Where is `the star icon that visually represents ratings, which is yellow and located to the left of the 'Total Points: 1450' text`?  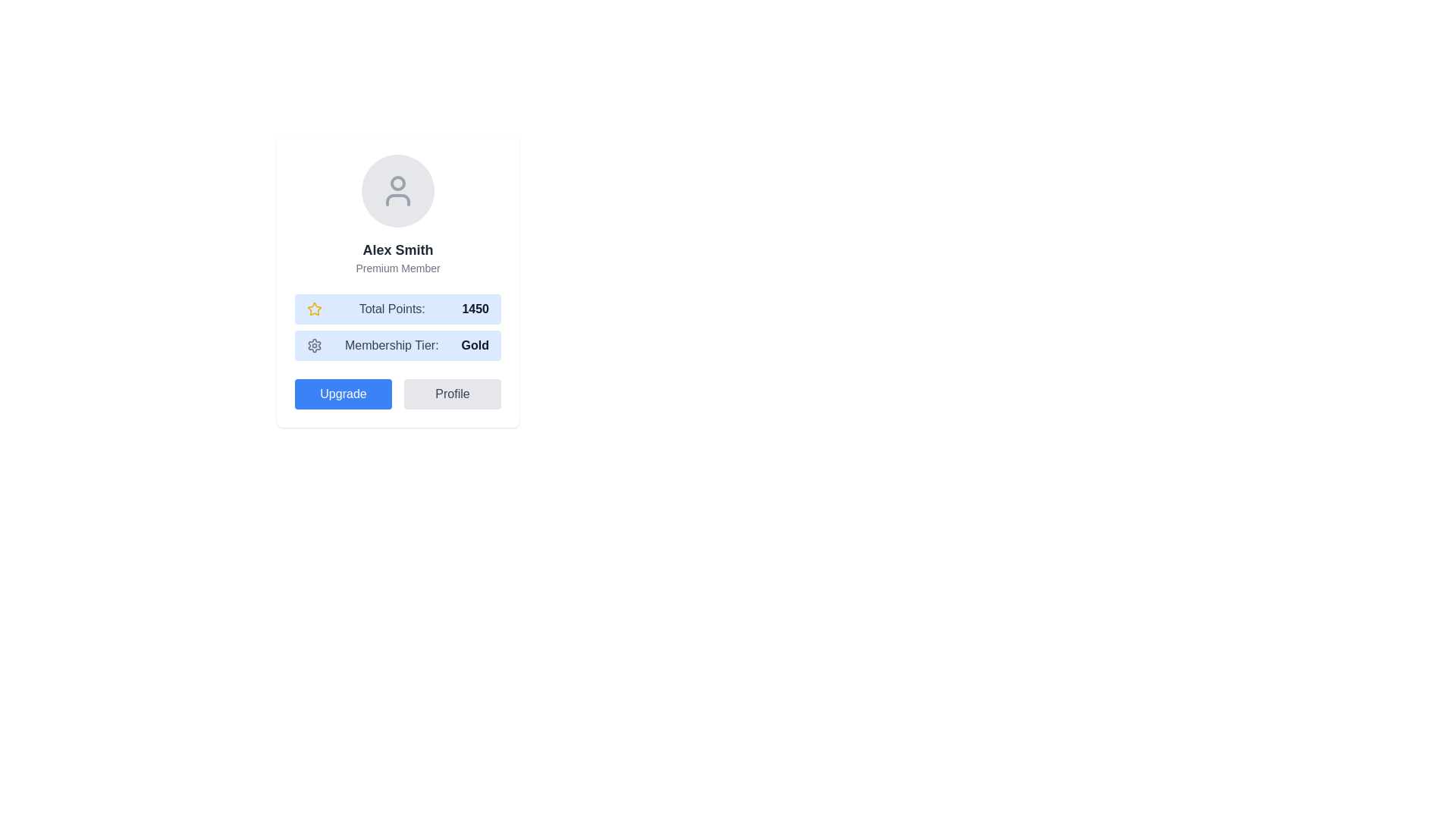
the star icon that visually represents ratings, which is yellow and located to the left of the 'Total Points: 1450' text is located at coordinates (313, 308).